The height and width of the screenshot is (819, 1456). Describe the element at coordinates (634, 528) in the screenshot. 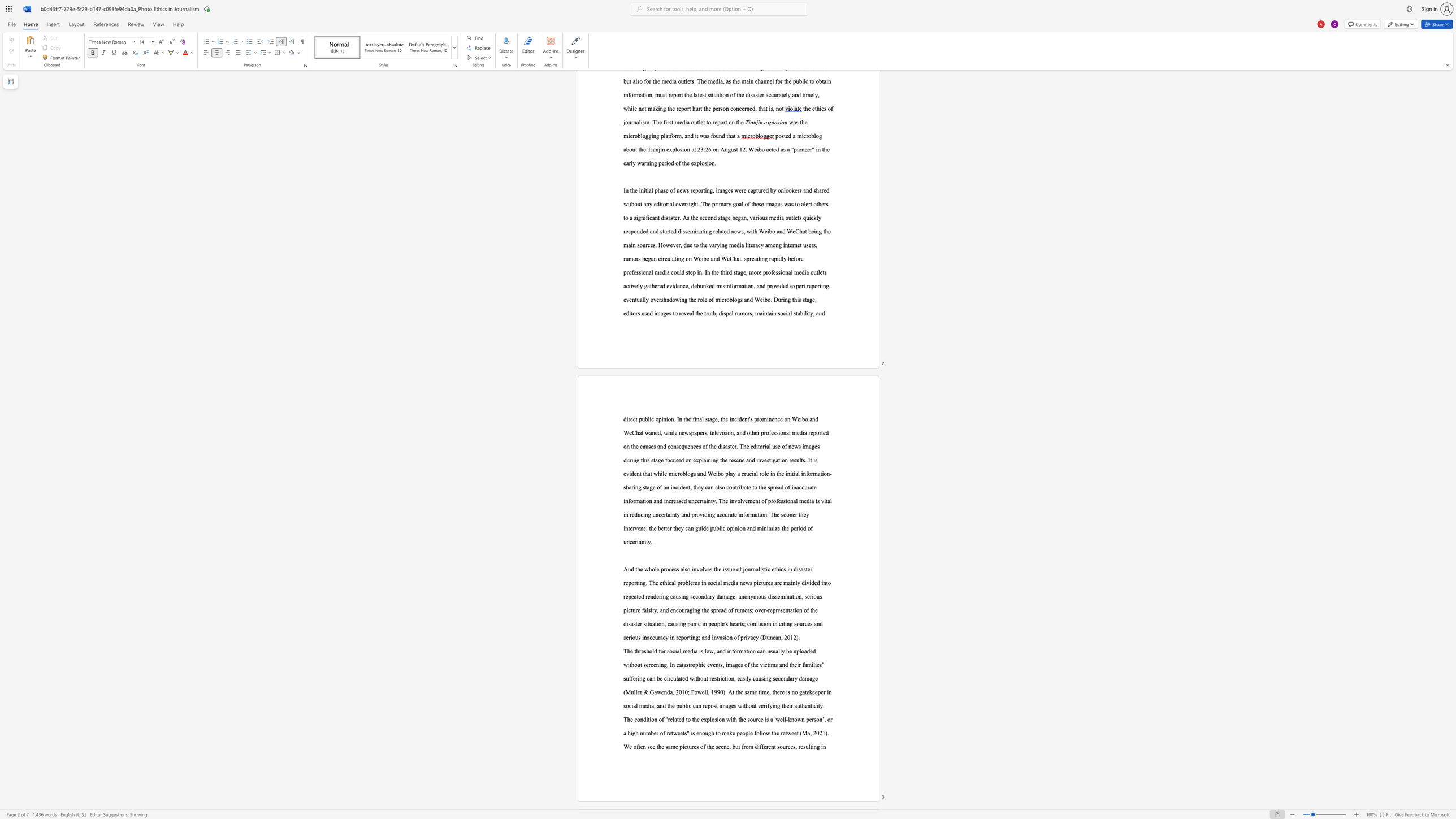

I see `the subset text "vene, the better they can g" within the text "information. The sooner they intervene, the better they can guide public opinion and minimize the period of uncertainty."` at that location.